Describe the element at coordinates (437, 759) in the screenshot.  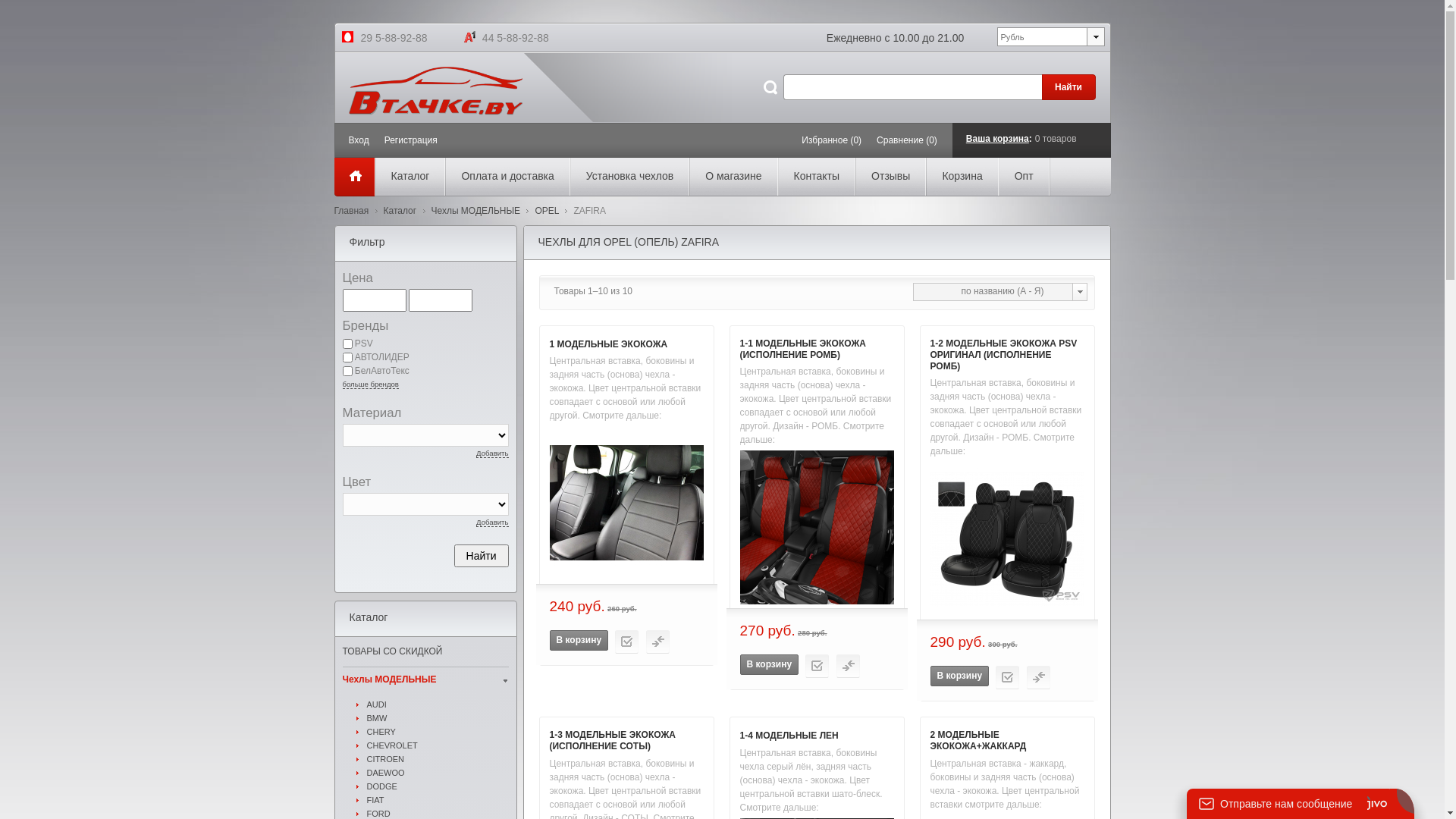
I see `'CITROEN'` at that location.